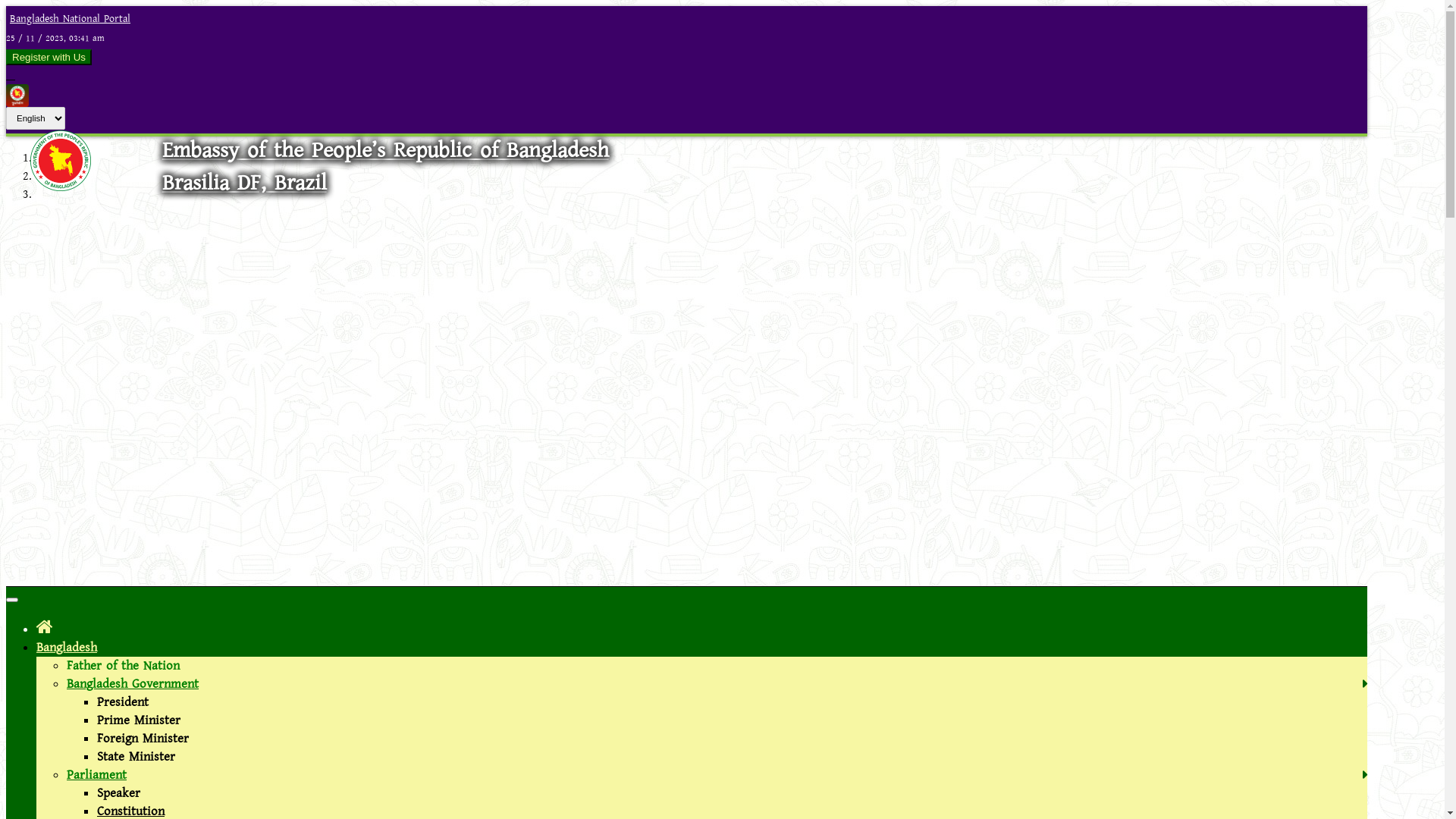  What do you see at coordinates (96, 701) in the screenshot?
I see `'President'` at bounding box center [96, 701].